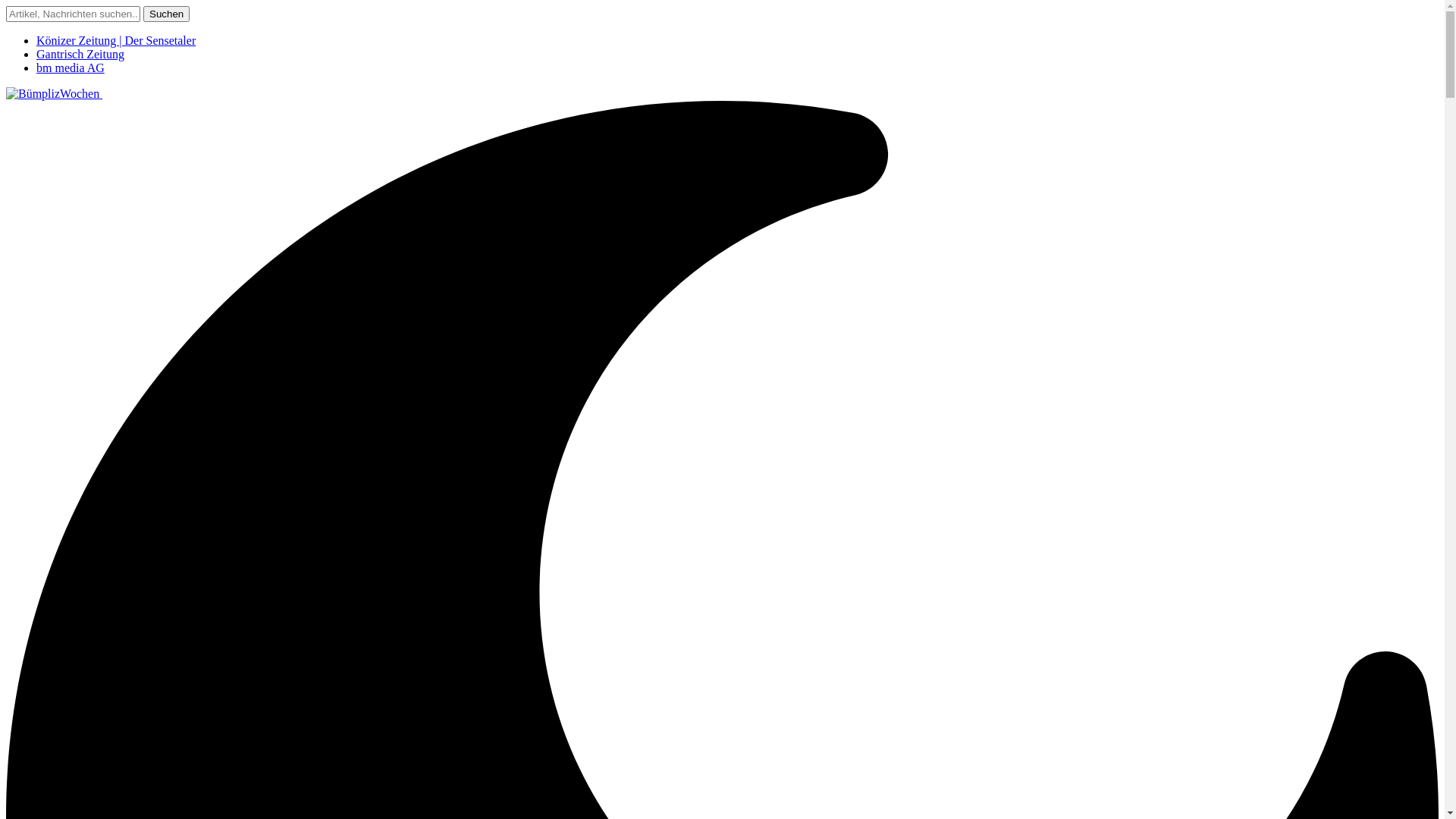  Describe the element at coordinates (36, 67) in the screenshot. I see `'bm media AG'` at that location.